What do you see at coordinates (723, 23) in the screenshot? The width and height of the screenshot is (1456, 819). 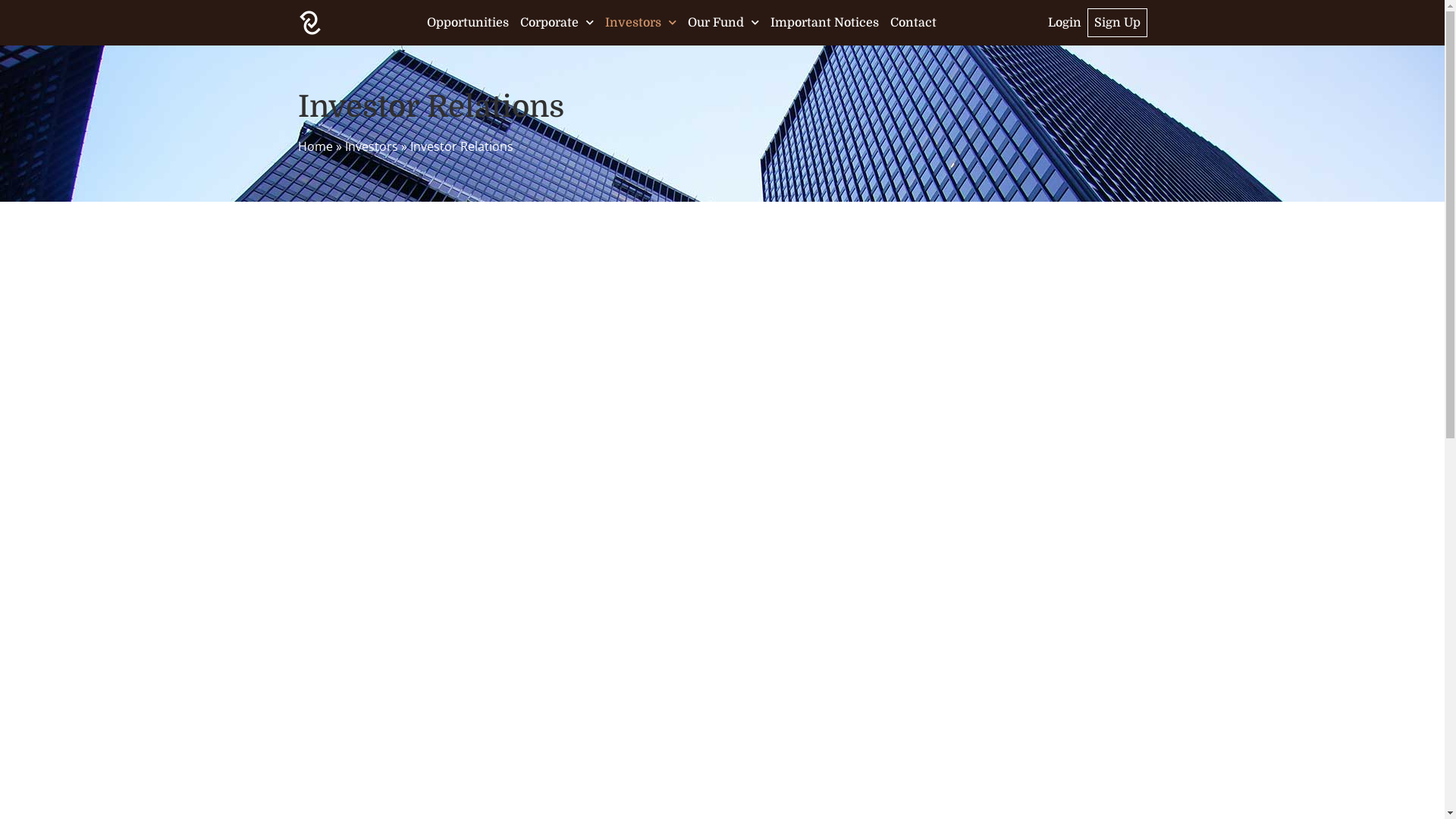 I see `'Our Fund'` at bounding box center [723, 23].